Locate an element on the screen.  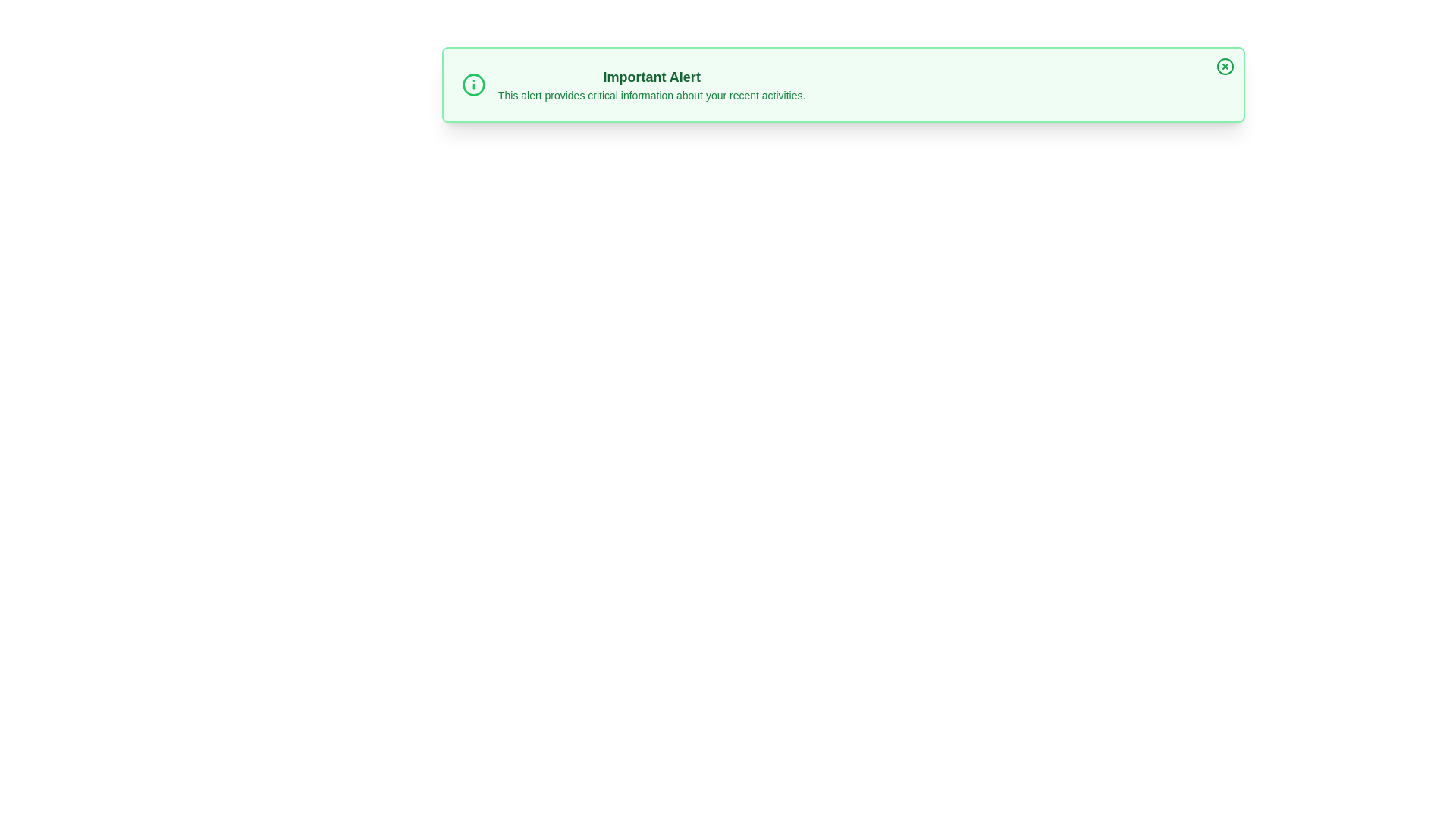
the close icon of the alert to dismiss it is located at coordinates (1225, 66).